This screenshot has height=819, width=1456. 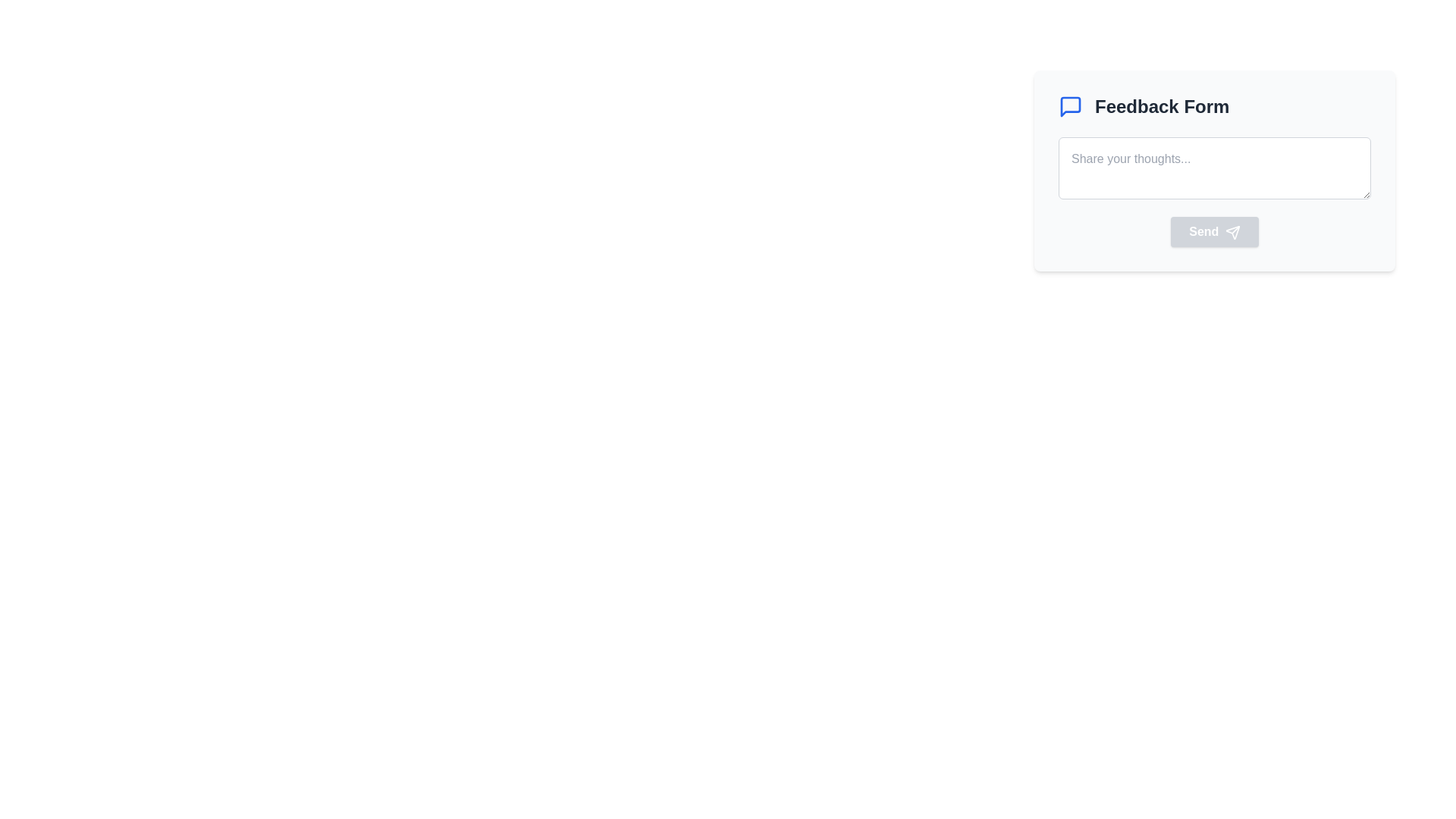 What do you see at coordinates (1215, 106) in the screenshot?
I see `the composite element consisting of a text heading and an accompanying icon, which serves as the title and graphical representation for the feedback form located near the top-right of the interface` at bounding box center [1215, 106].